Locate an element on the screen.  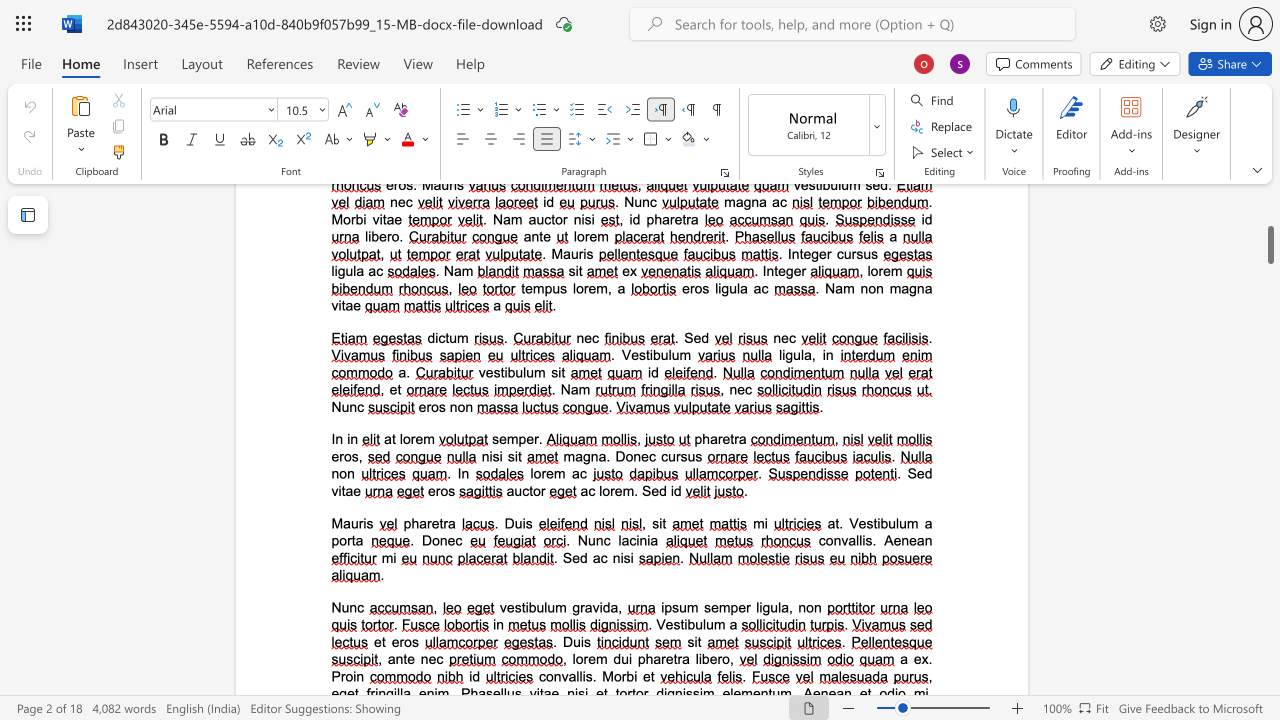
the space between the continuous character "i" and "p" in the text is located at coordinates (665, 606).